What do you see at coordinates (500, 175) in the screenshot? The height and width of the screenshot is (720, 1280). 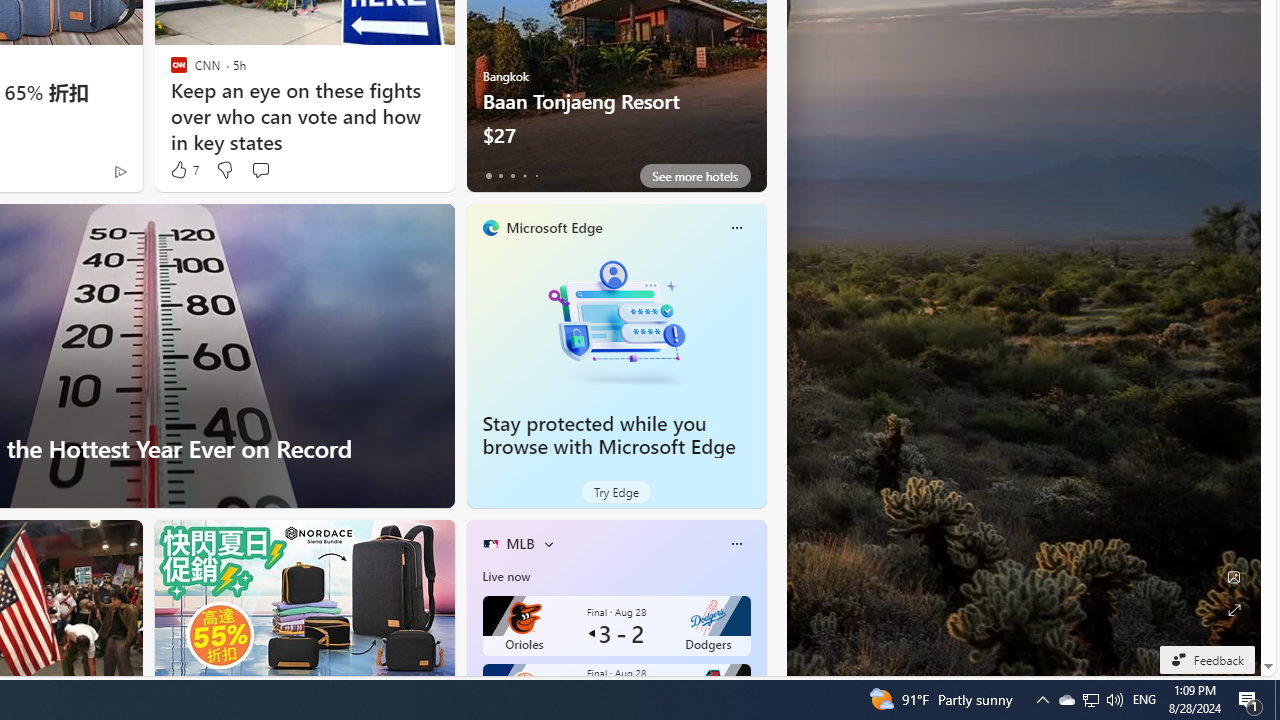 I see `'tab-1'` at bounding box center [500, 175].